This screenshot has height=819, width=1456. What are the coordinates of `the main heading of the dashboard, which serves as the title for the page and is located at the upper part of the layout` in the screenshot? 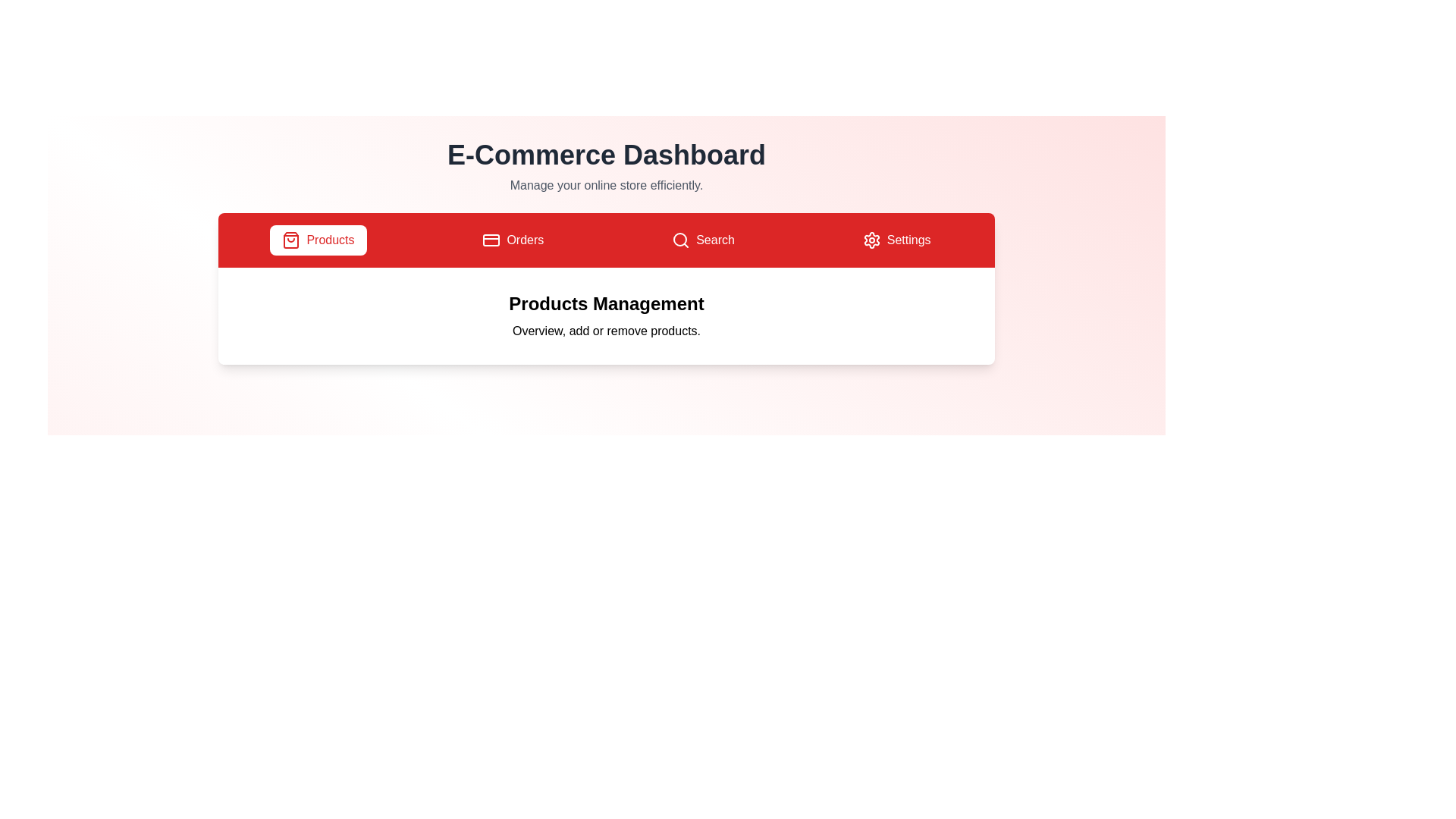 It's located at (607, 155).